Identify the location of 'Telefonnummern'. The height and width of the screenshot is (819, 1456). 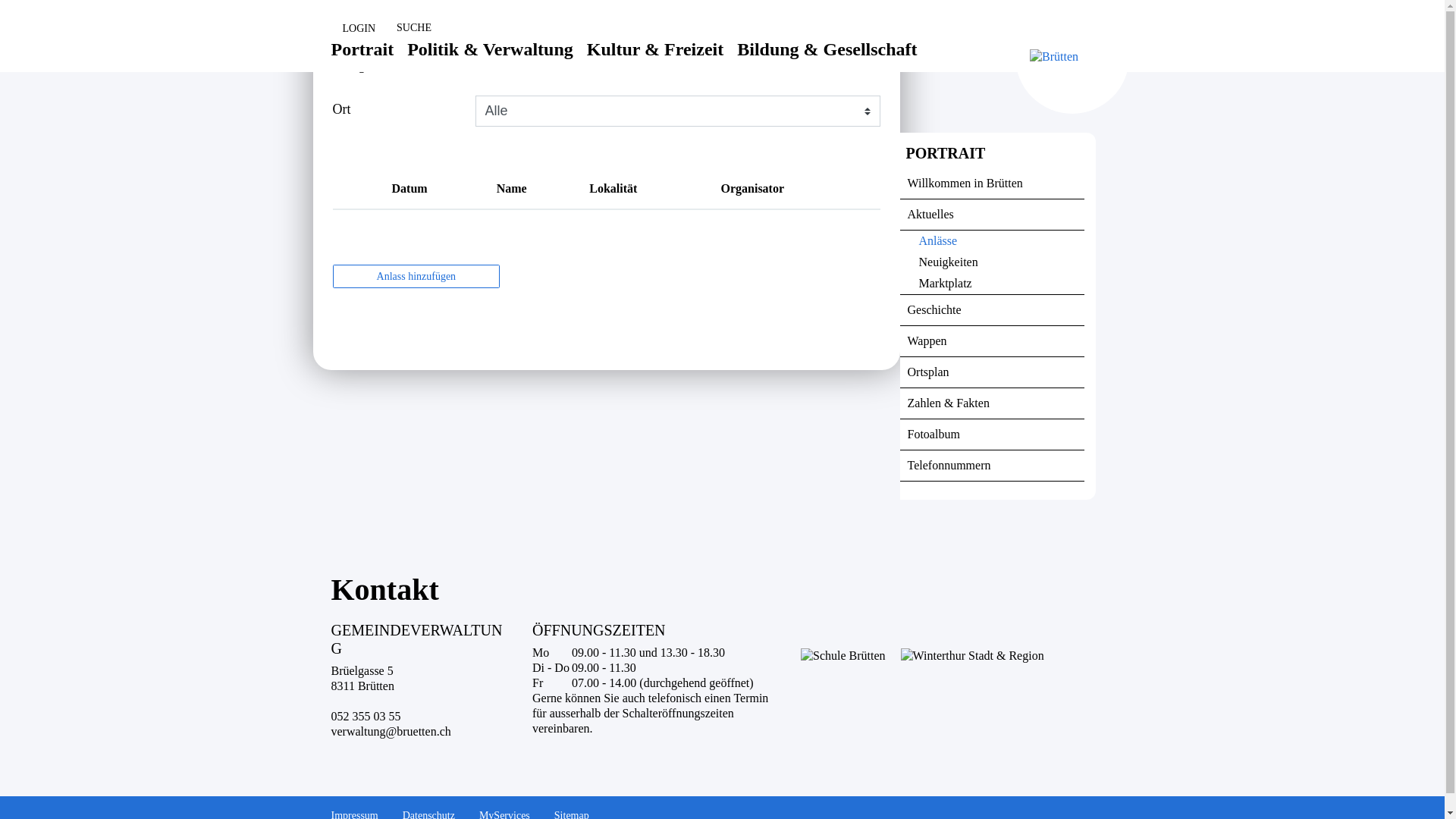
(991, 465).